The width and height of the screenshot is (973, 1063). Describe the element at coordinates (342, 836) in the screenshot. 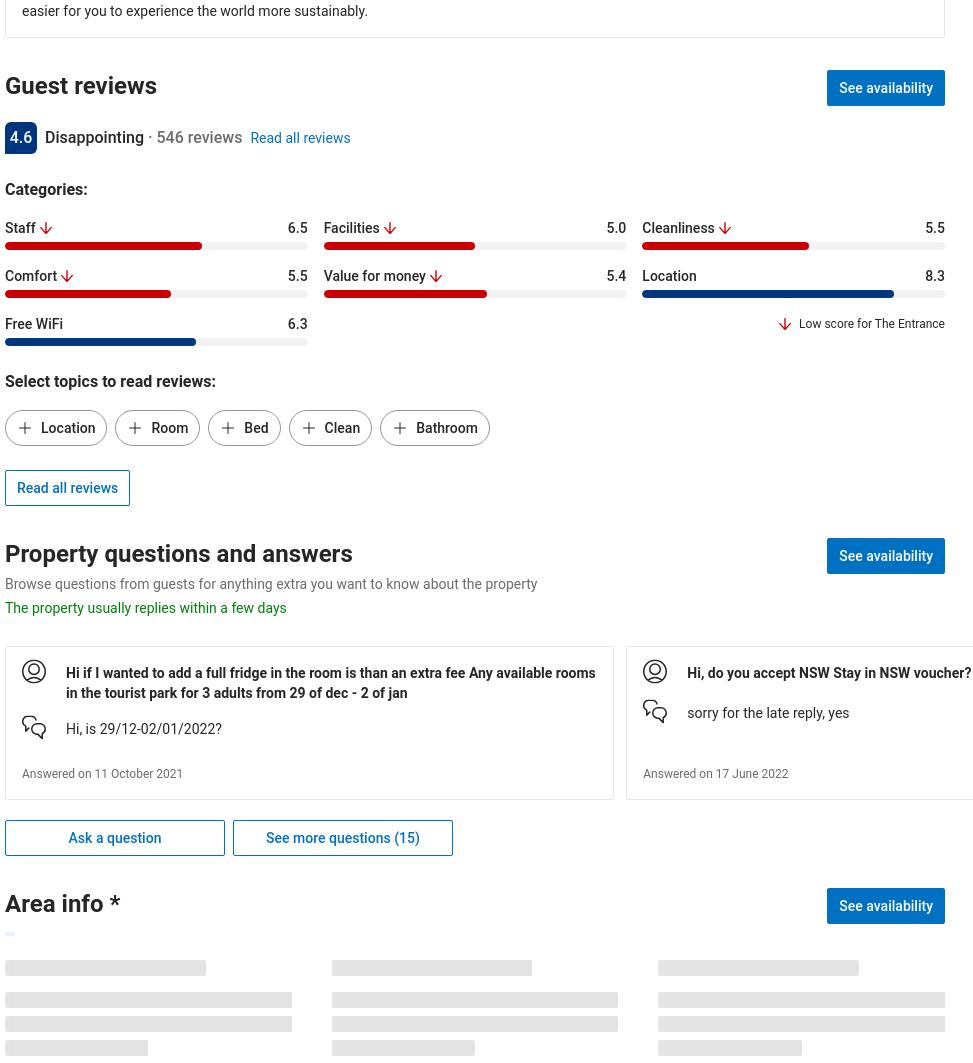

I see `'See more questions (15)'` at that location.